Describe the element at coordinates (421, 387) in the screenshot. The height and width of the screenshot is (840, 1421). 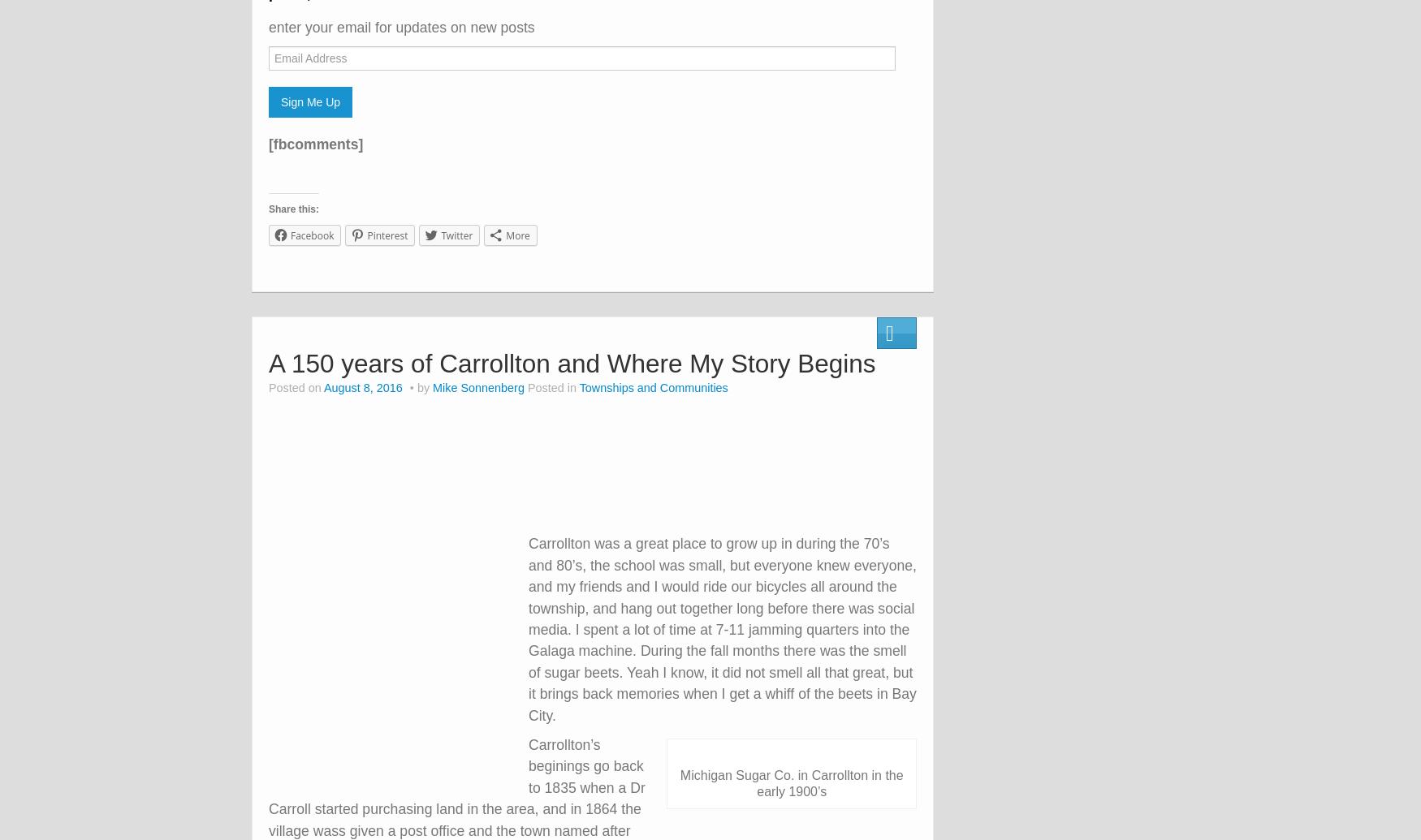
I see `'by'` at that location.